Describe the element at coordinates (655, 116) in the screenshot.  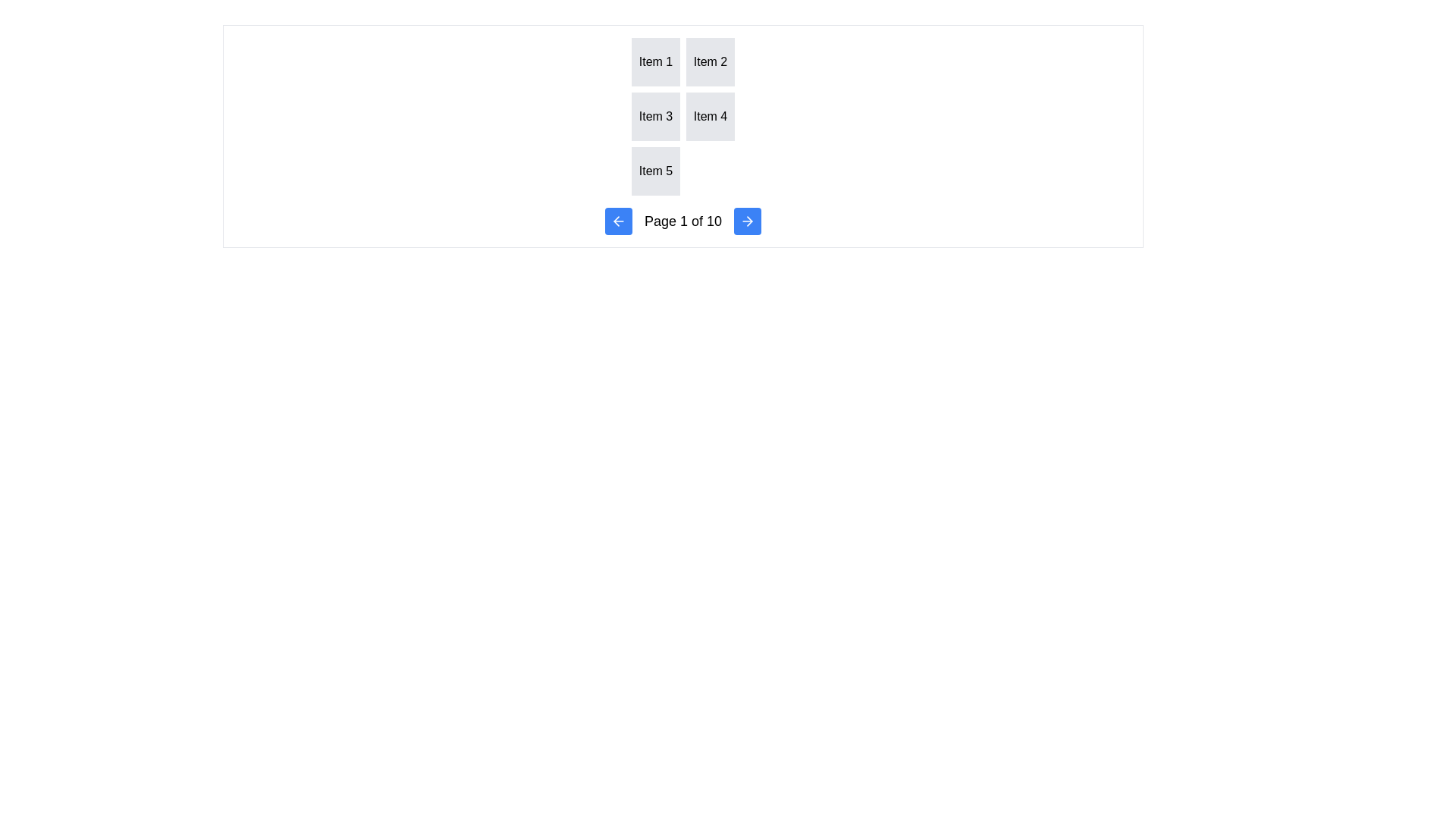
I see `the square box with a light gray background containing the centered text 'Item 3', which is the third item in a grid layout positioned in the second row, first column` at that location.